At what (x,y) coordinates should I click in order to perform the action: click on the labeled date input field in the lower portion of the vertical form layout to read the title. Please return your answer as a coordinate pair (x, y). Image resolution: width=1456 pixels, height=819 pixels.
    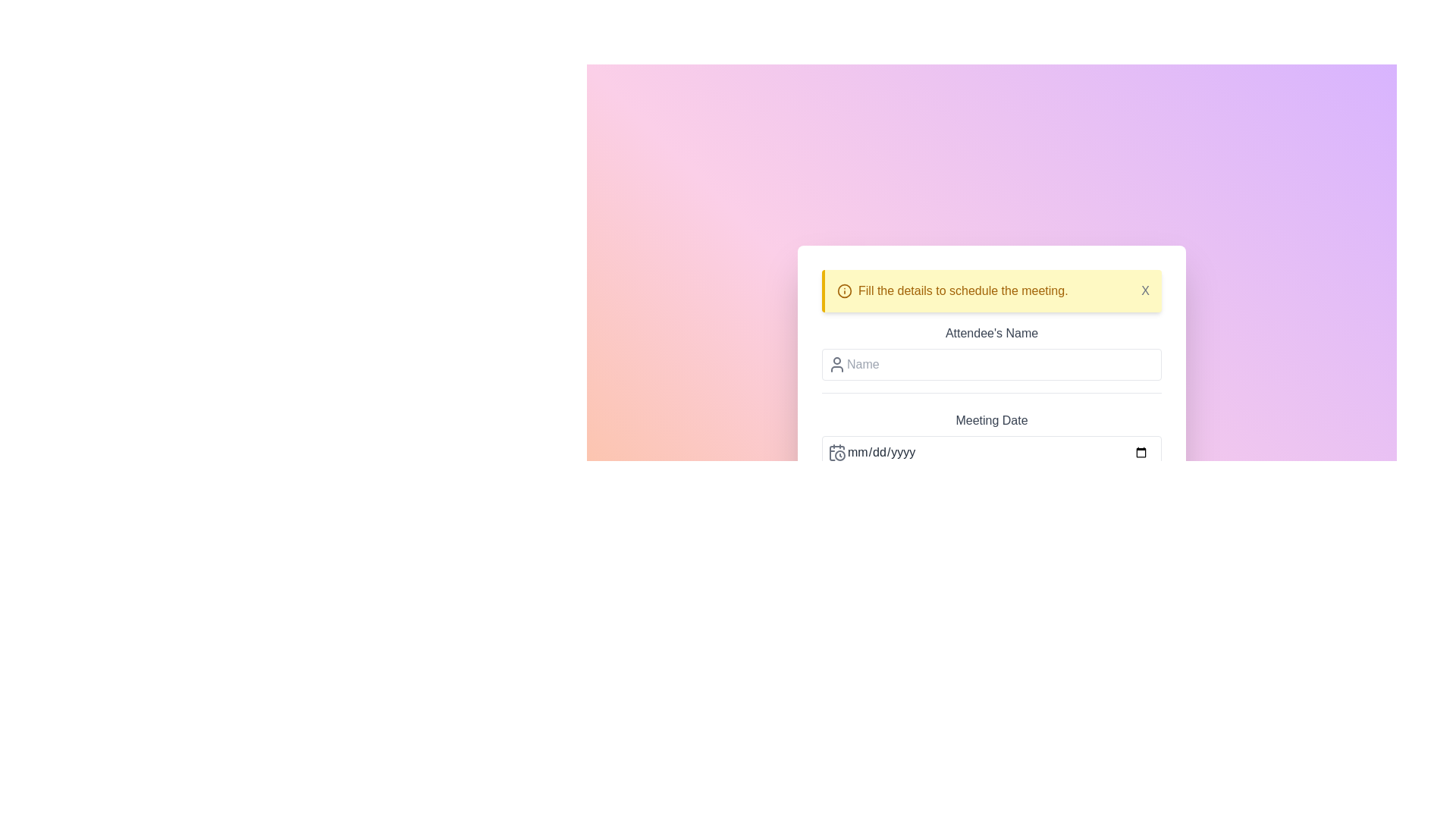
    Looking at the image, I should click on (992, 446).